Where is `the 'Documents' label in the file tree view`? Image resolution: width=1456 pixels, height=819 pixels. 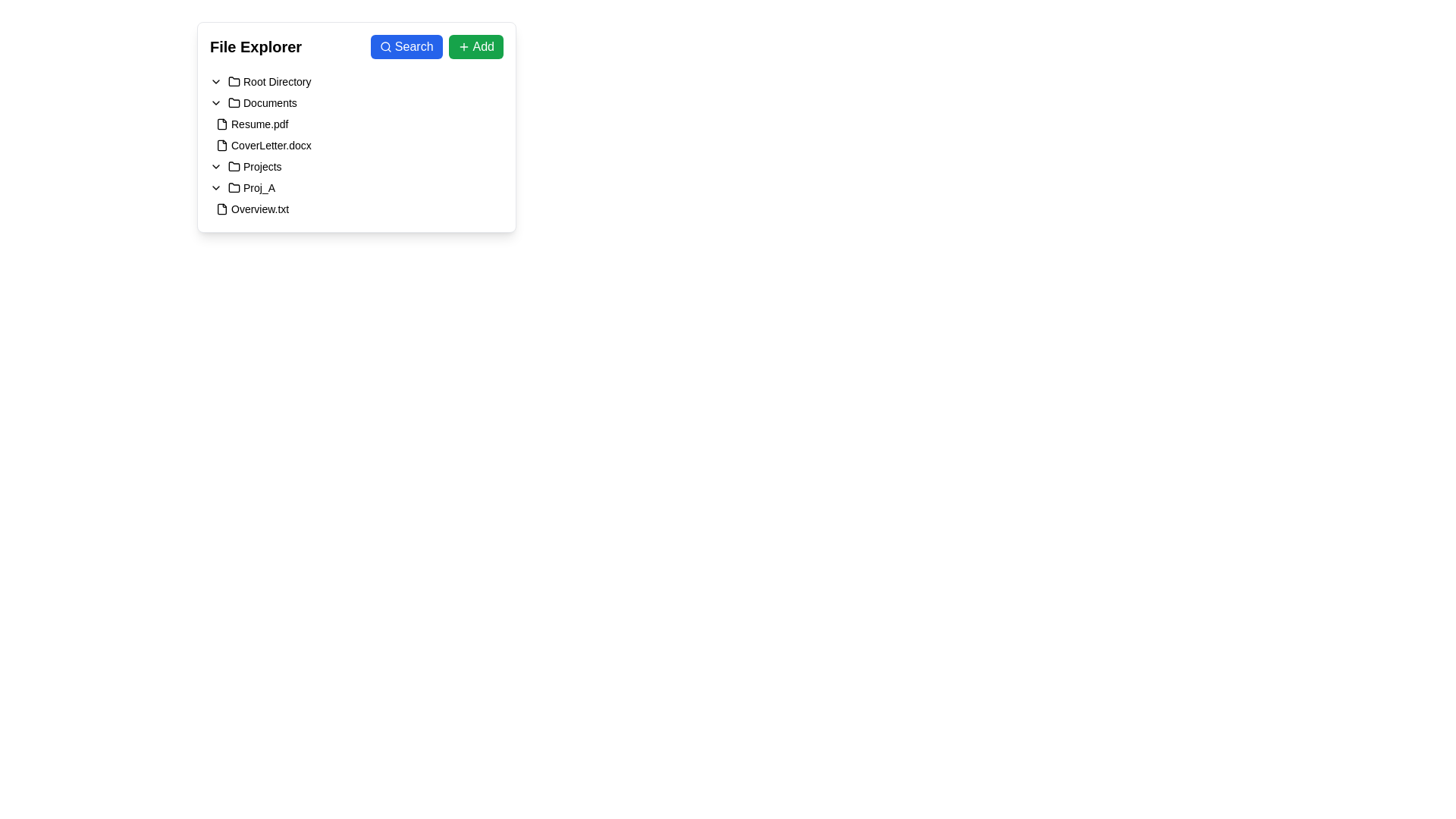 the 'Documents' label in the file tree view is located at coordinates (270, 102).